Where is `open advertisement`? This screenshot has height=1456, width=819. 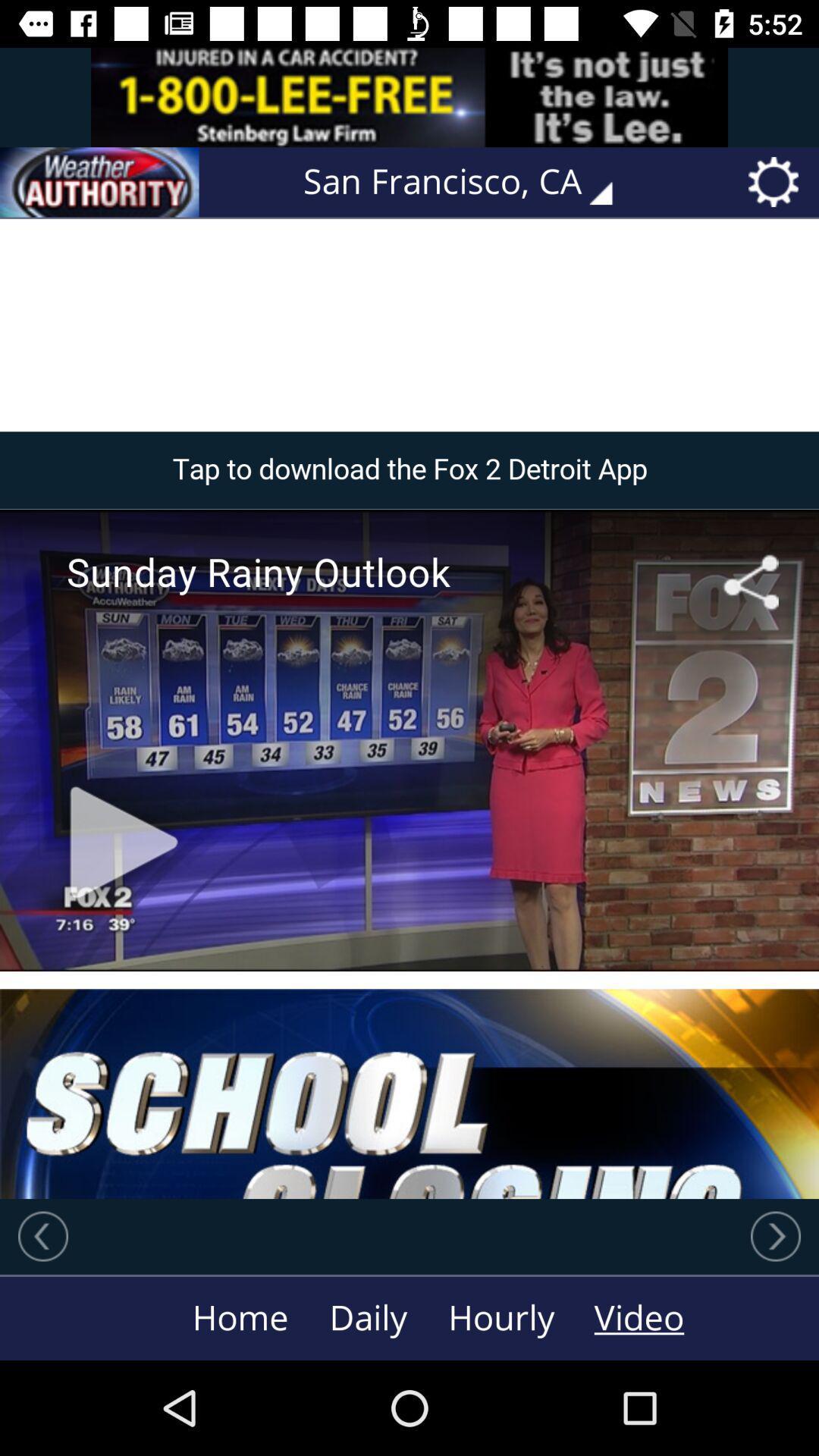
open advertisement is located at coordinates (409, 96).